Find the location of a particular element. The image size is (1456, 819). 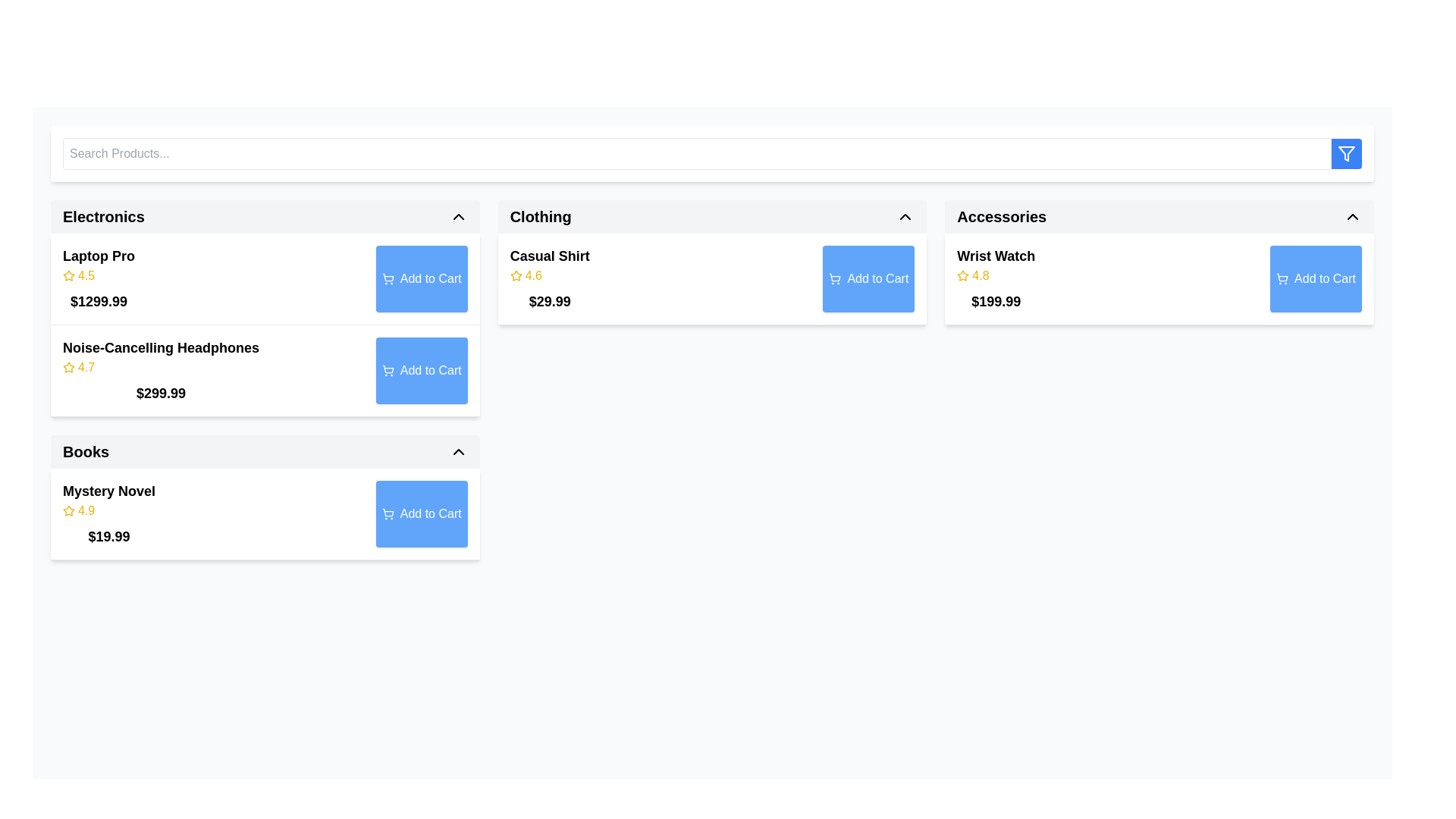

the 'Noise-Cancelling Headphones' text label to initiate a selection action is located at coordinates (161, 348).